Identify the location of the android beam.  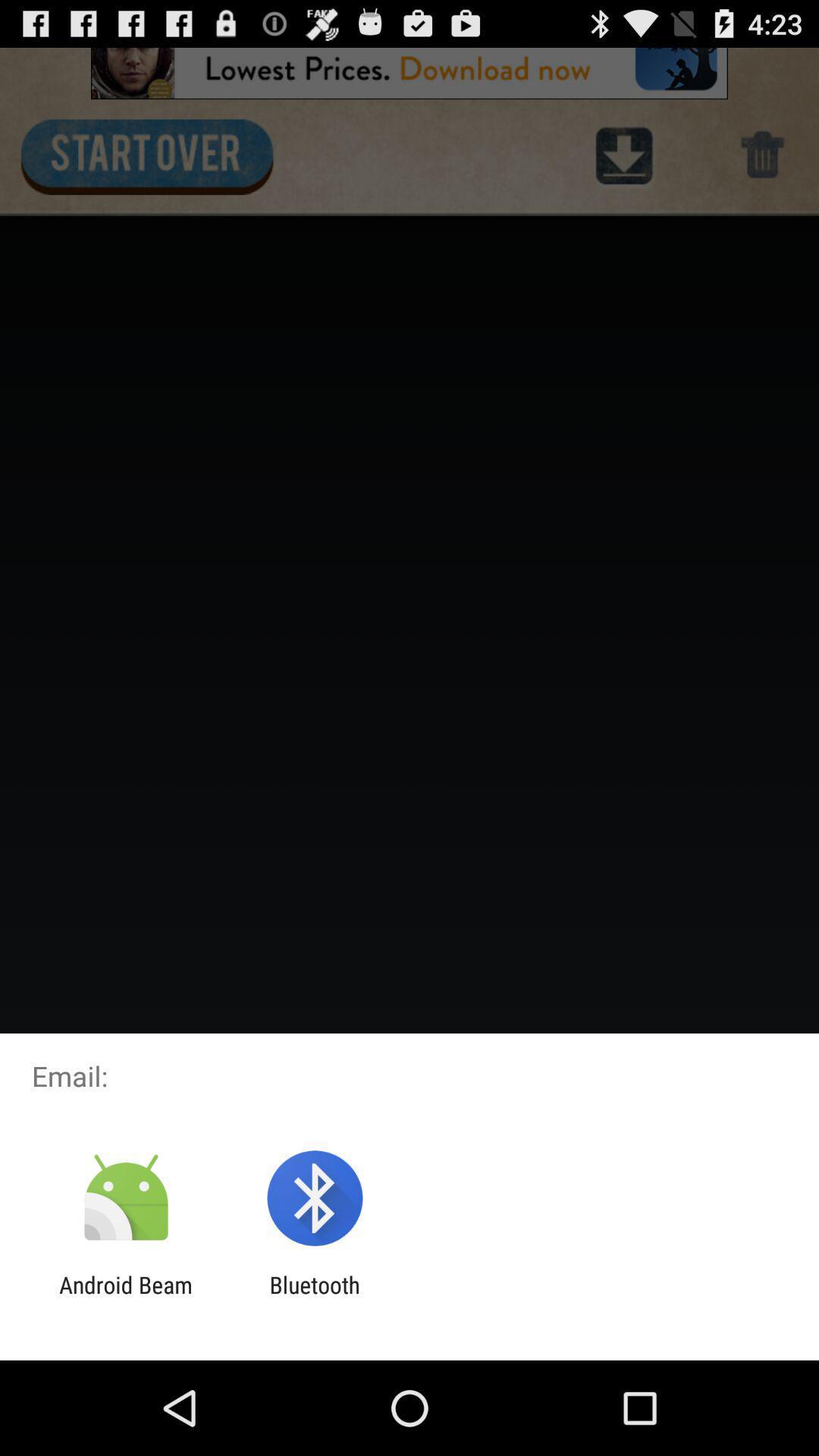
(125, 1298).